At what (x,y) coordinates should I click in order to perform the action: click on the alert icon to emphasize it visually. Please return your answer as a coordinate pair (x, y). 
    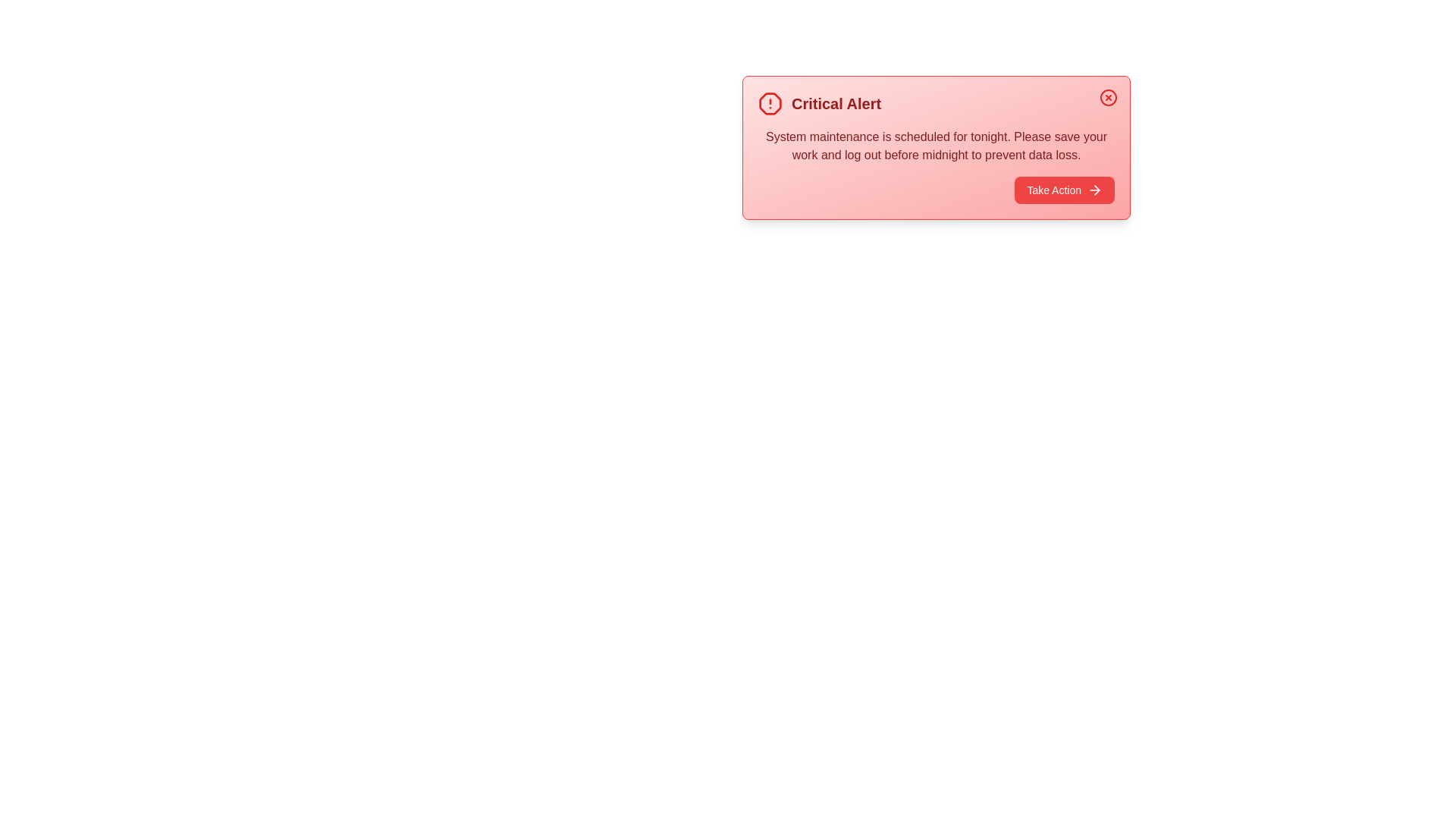
    Looking at the image, I should click on (770, 103).